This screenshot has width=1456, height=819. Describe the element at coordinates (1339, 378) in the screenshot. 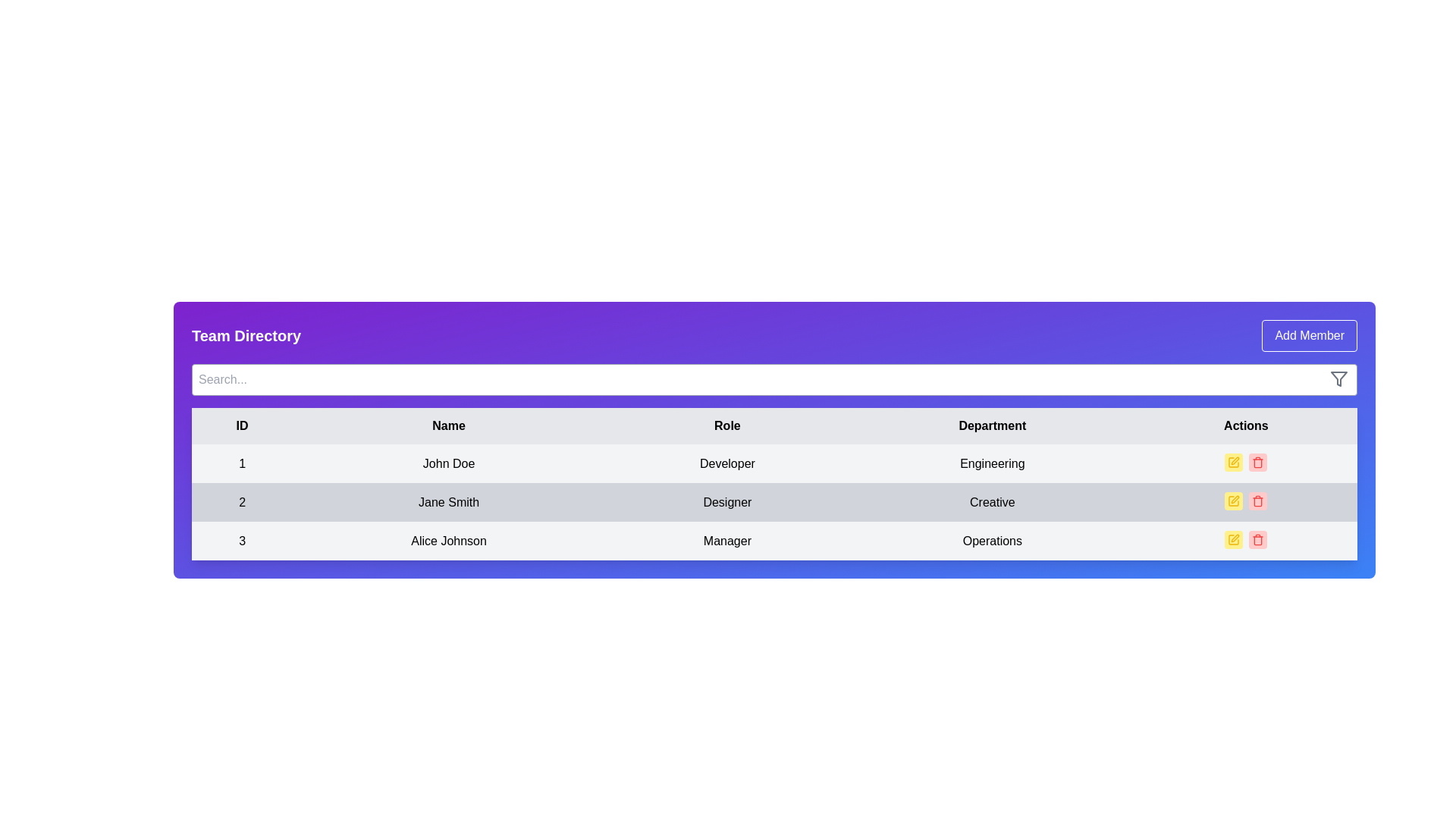

I see `the filter icon button located in the top-right corner of the search bar` at that location.